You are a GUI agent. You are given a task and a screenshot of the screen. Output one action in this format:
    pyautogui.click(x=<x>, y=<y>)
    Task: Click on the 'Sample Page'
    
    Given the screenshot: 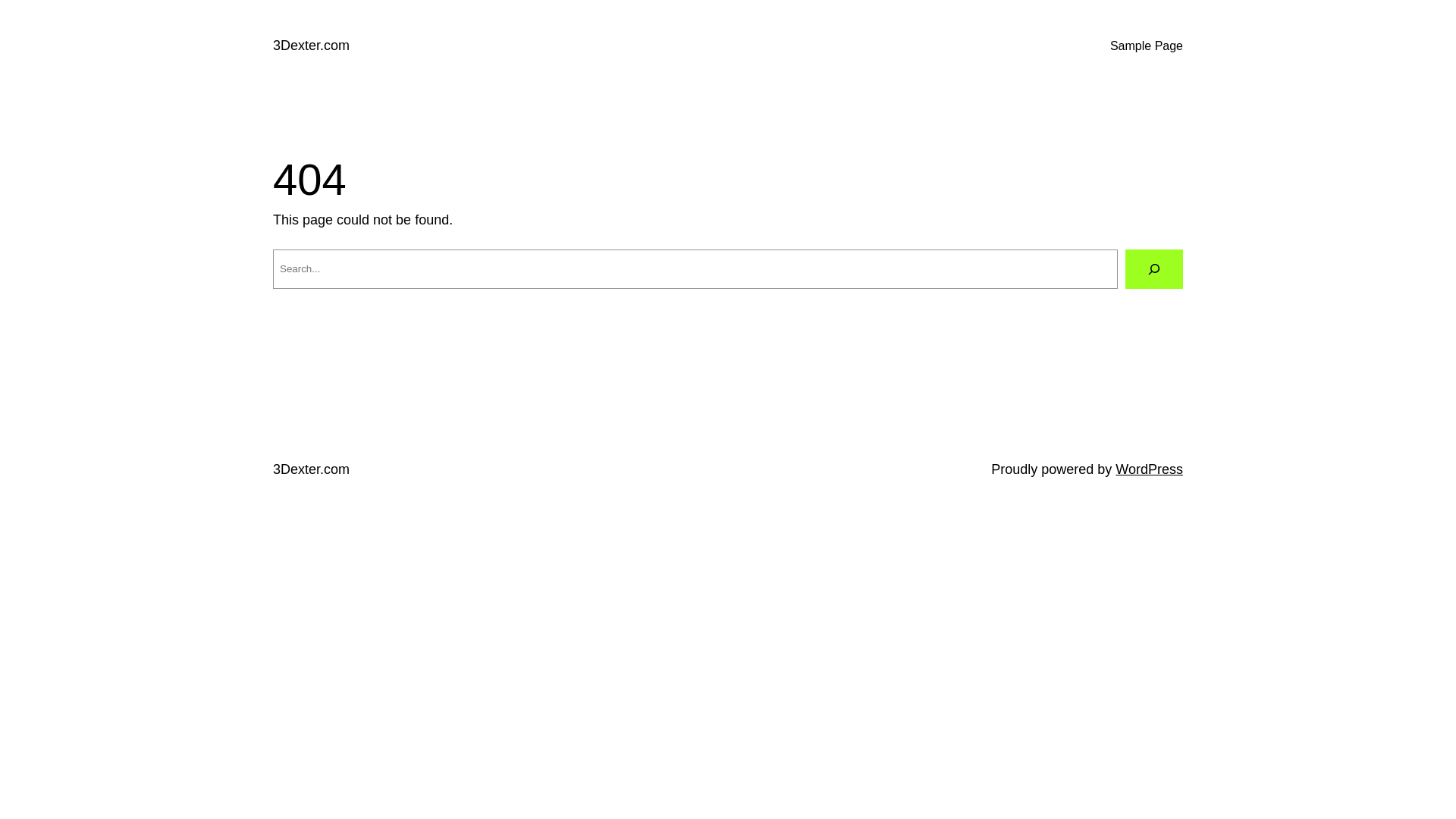 What is the action you would take?
    pyautogui.click(x=1147, y=45)
    